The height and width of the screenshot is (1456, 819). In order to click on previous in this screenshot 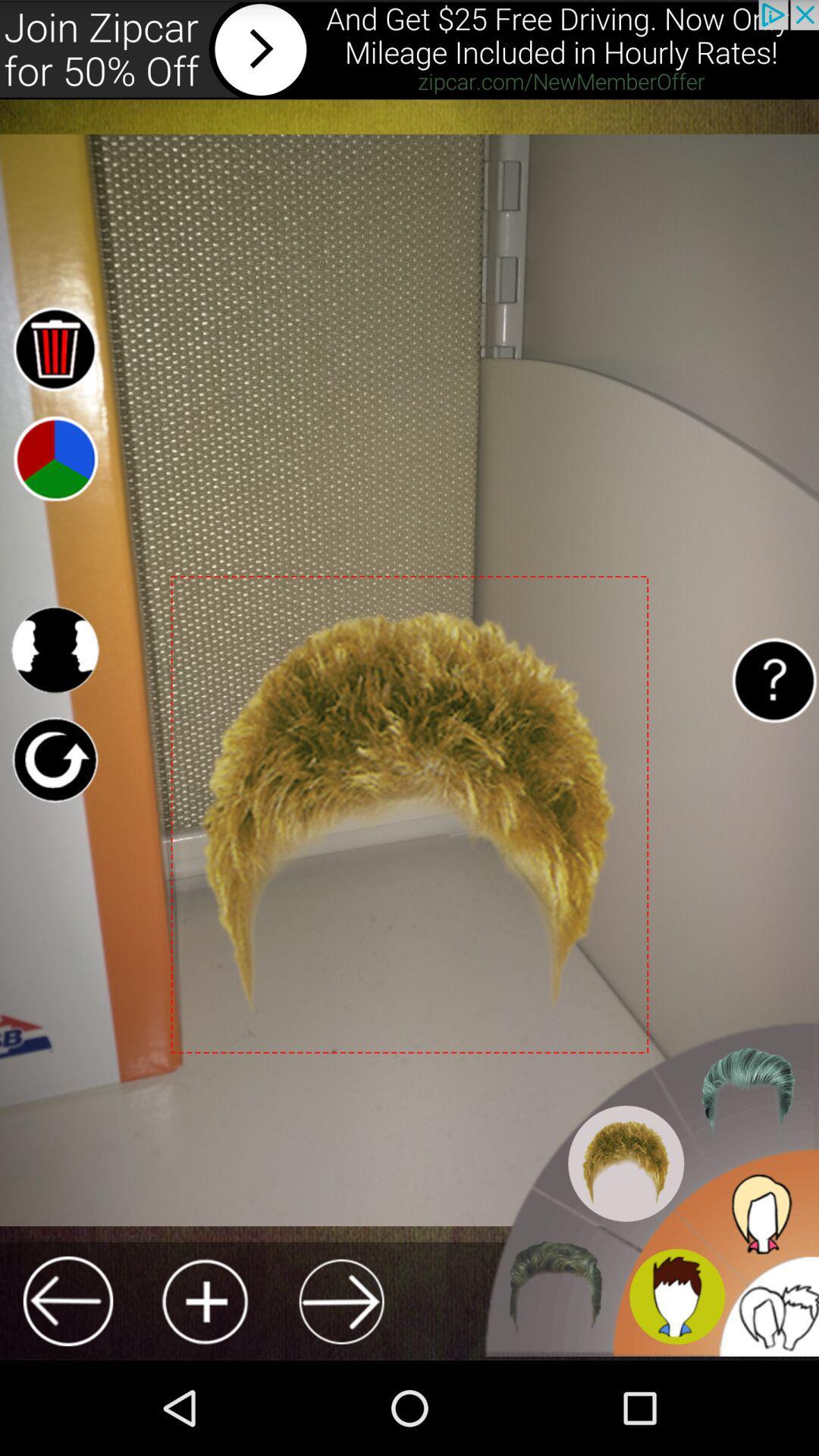, I will do `click(67, 1301)`.